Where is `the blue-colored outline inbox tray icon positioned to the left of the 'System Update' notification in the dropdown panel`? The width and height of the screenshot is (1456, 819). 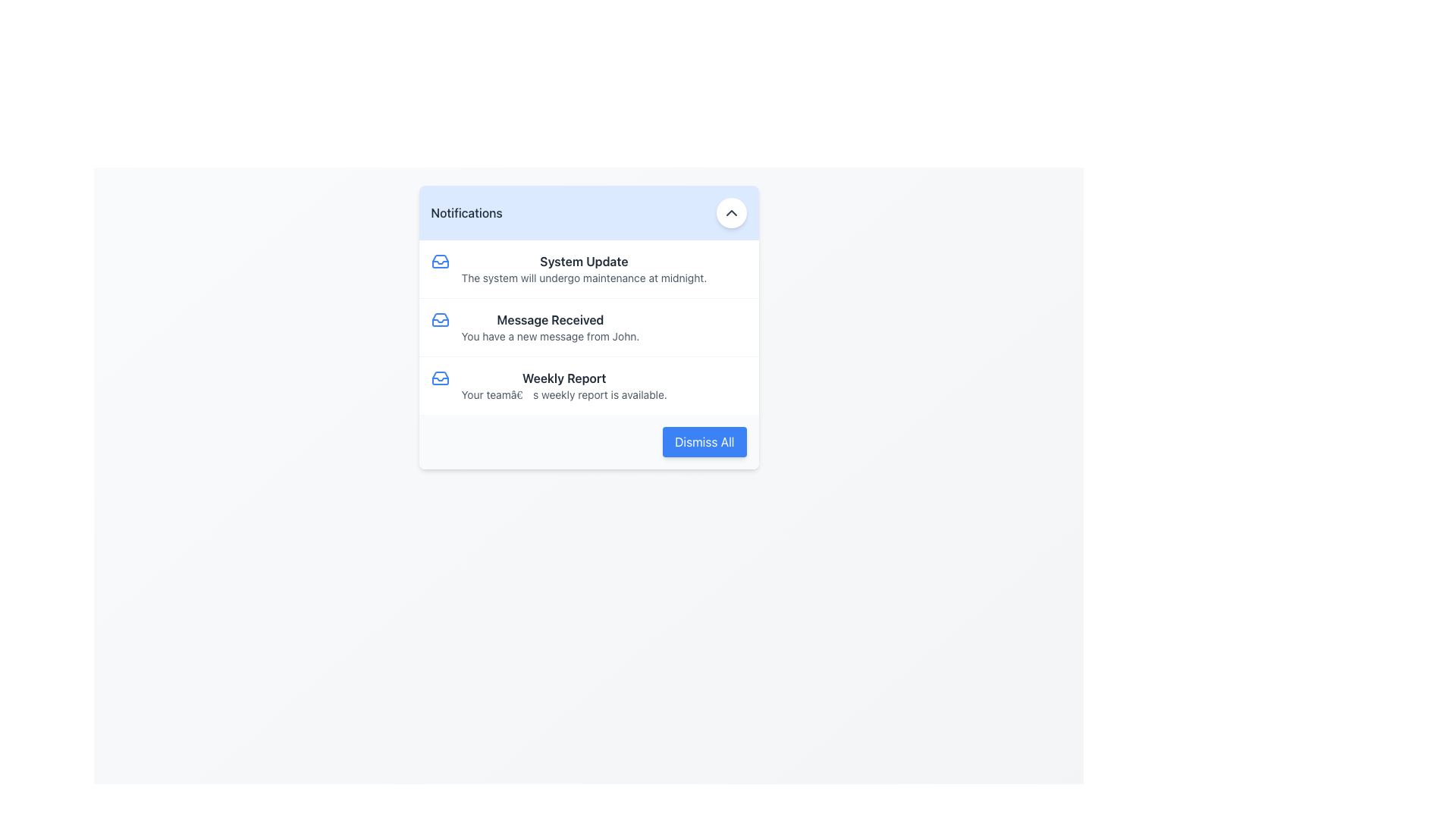 the blue-colored outline inbox tray icon positioned to the left of the 'System Update' notification in the dropdown panel is located at coordinates (439, 260).